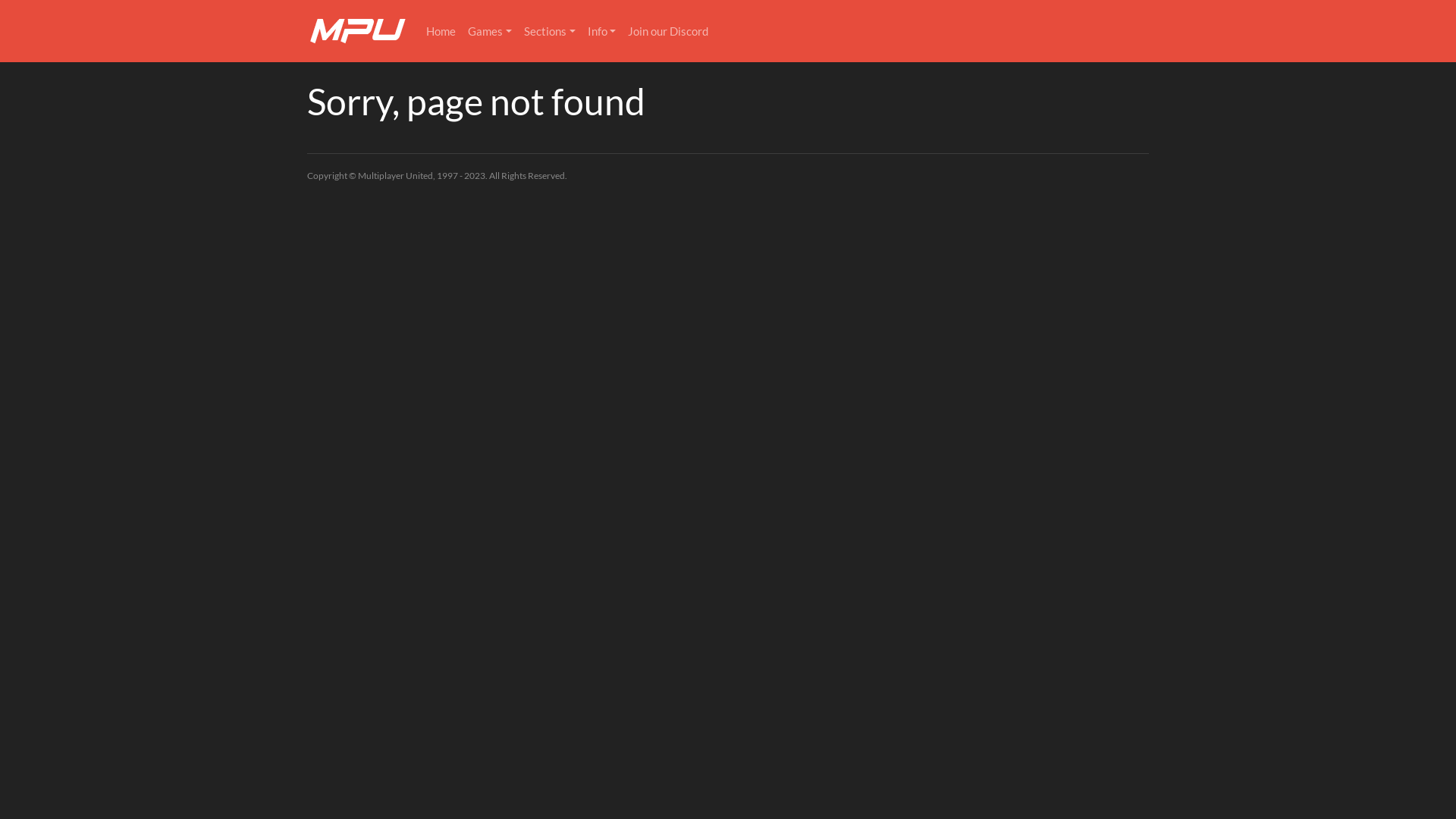  Describe the element at coordinates (490, 31) in the screenshot. I see `'Games'` at that location.